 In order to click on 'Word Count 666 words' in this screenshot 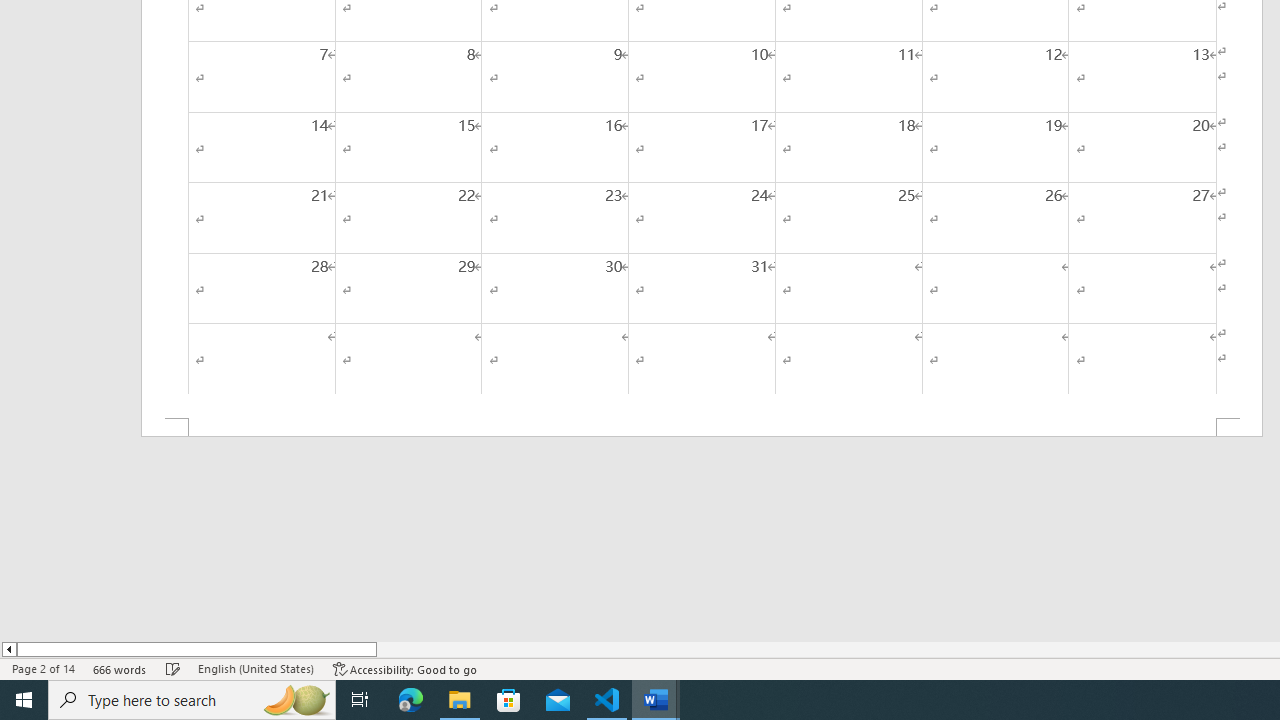, I will do `click(119, 669)`.